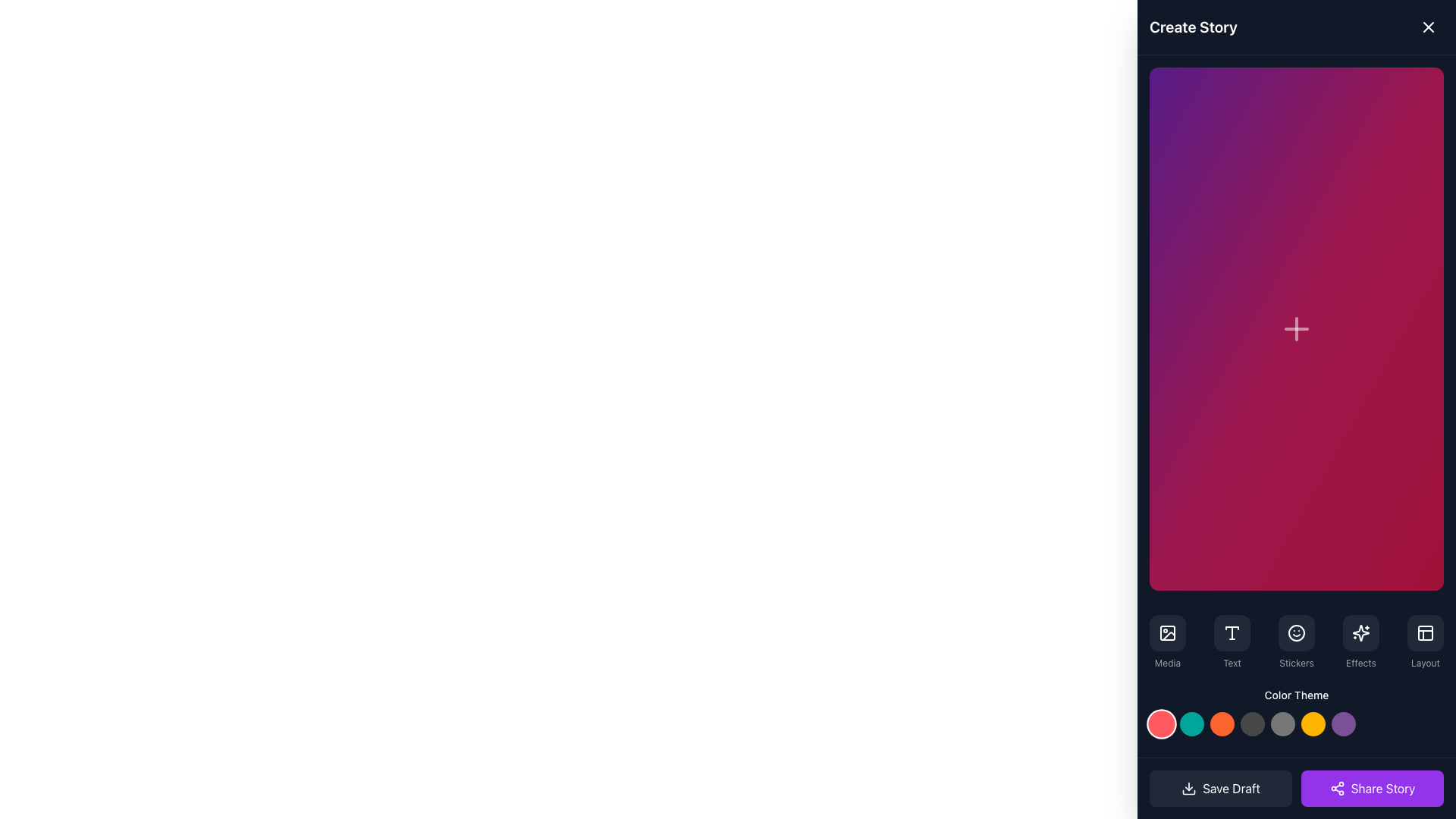 The height and width of the screenshot is (819, 1456). I want to click on the outer circular part of the smiley face icon in the sidebar's stickers section, so click(1295, 632).